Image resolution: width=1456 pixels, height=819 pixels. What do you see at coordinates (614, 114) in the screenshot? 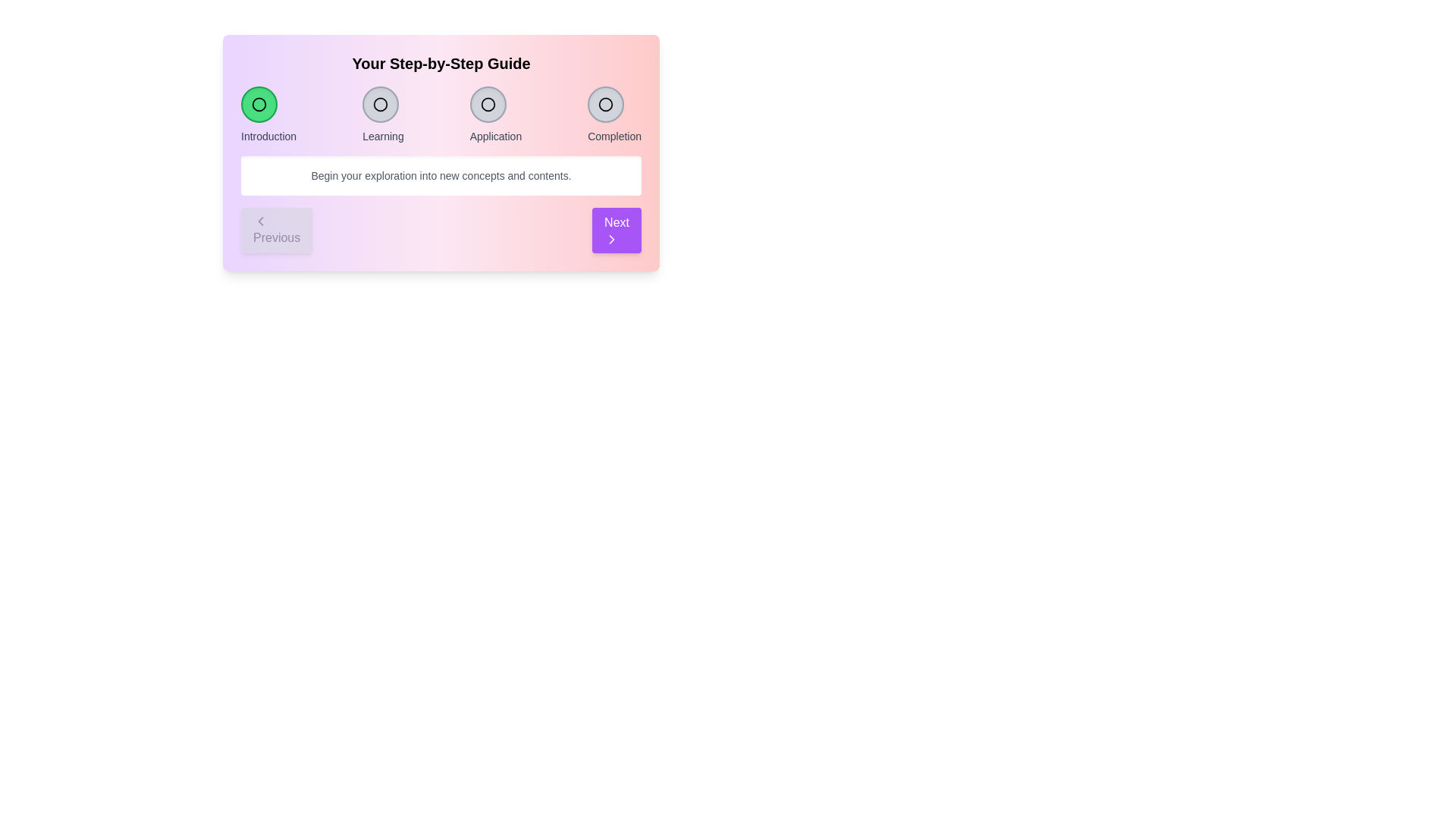
I see `the circular button labeled 'Completion' located in the upper-right corner of the panel` at bounding box center [614, 114].